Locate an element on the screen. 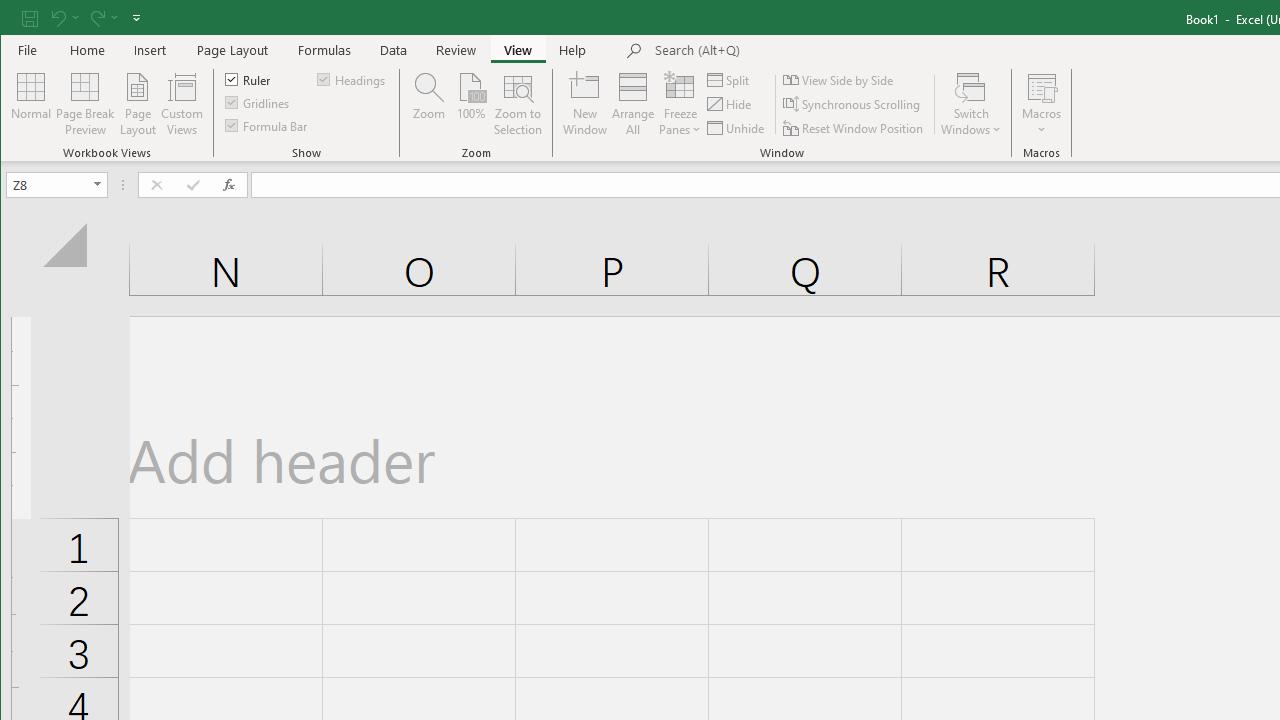  'View' is located at coordinates (518, 49).